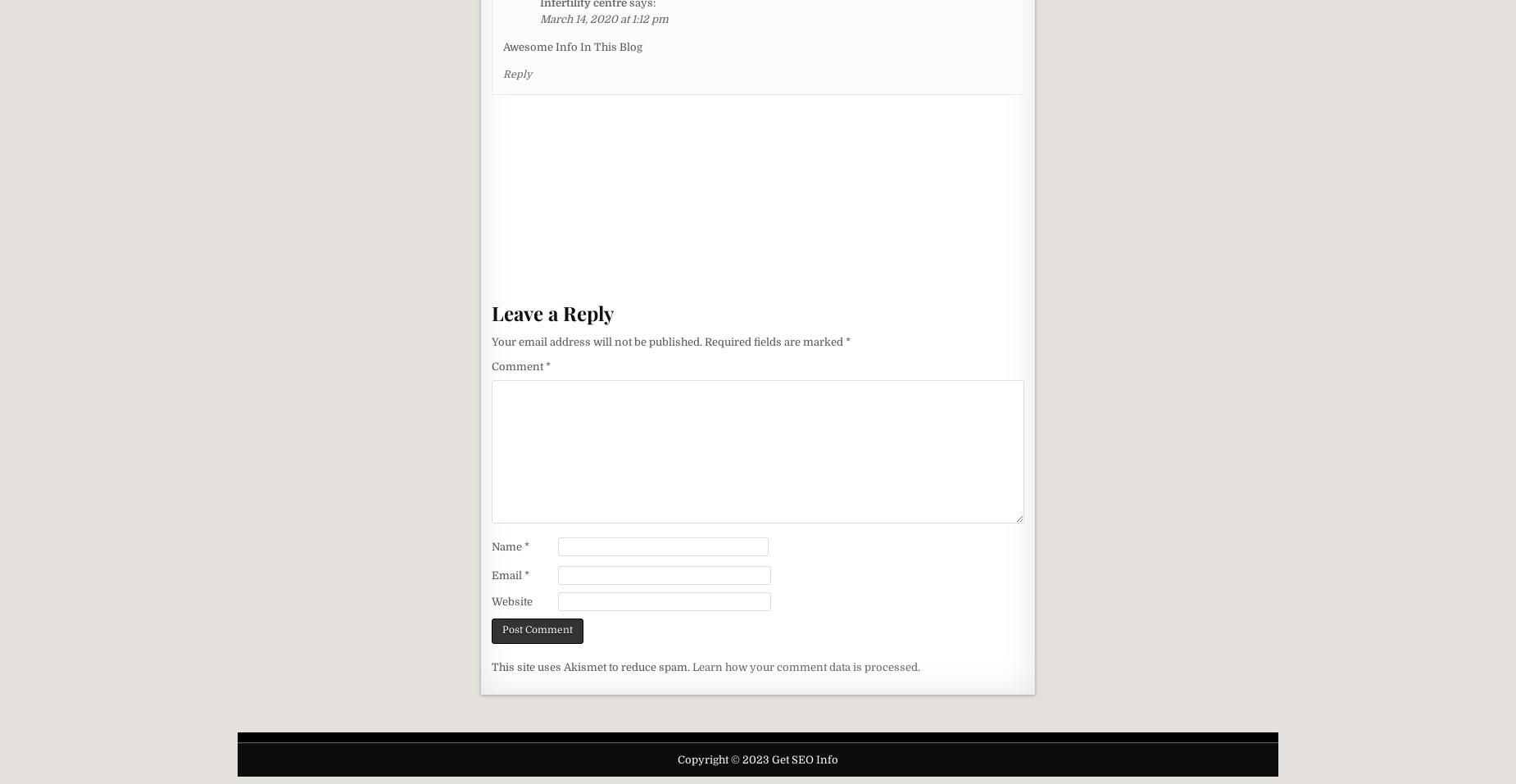  What do you see at coordinates (758, 759) in the screenshot?
I see `'Copyright © 2023 Get SEO Info'` at bounding box center [758, 759].